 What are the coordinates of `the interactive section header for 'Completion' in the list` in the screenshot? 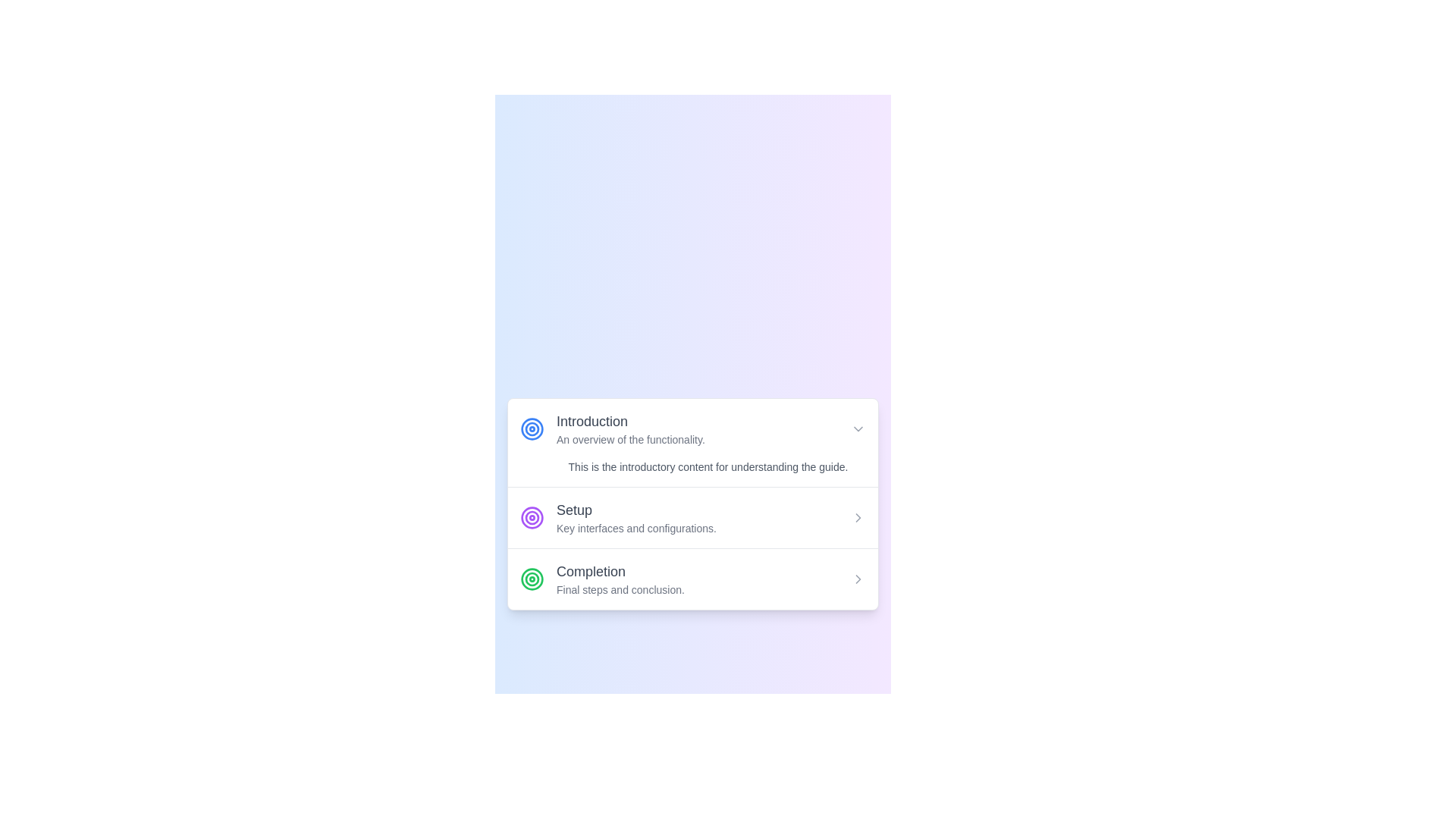 It's located at (692, 579).